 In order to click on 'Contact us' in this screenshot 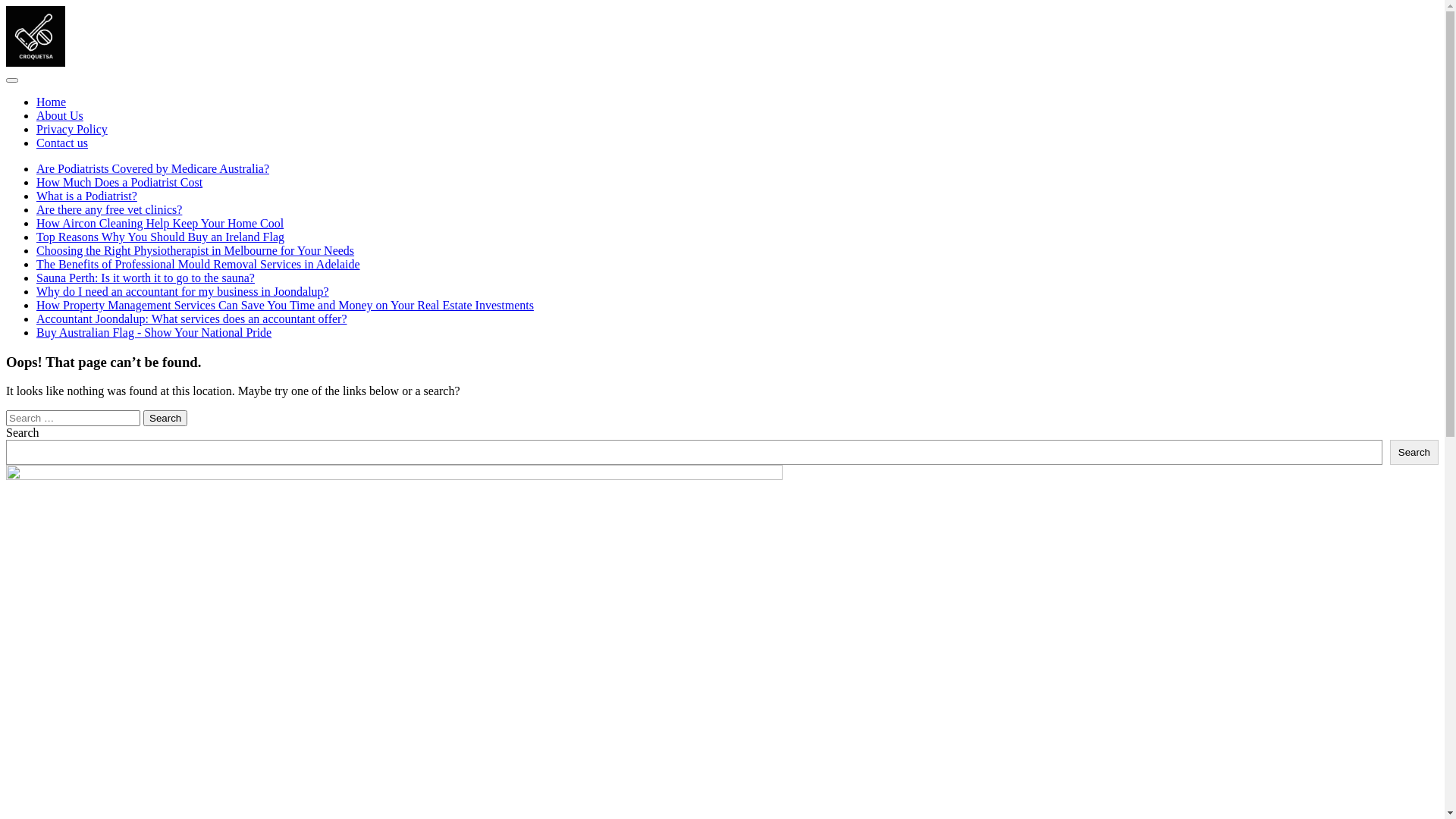, I will do `click(61, 143)`.